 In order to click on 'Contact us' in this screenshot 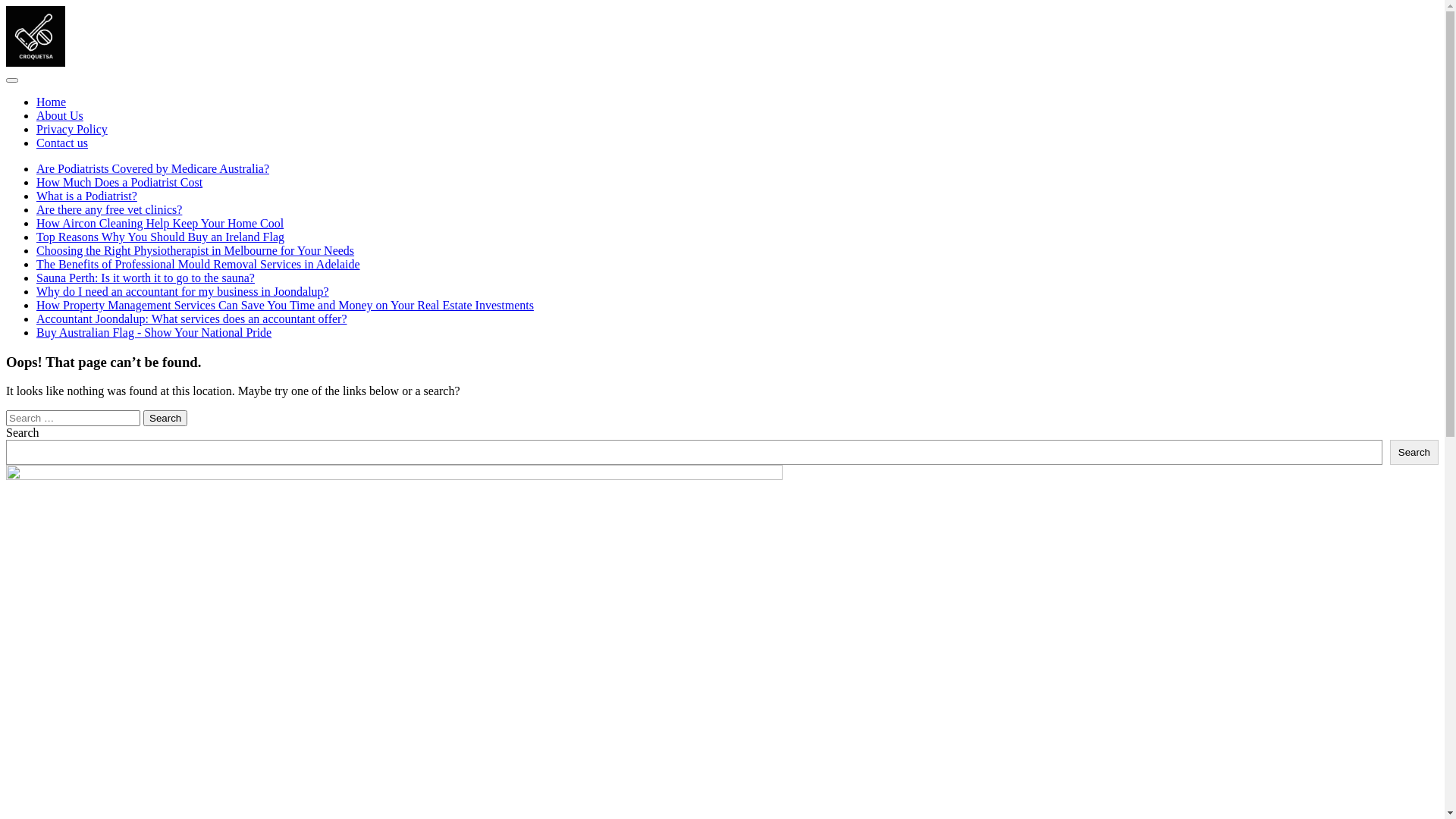, I will do `click(61, 143)`.